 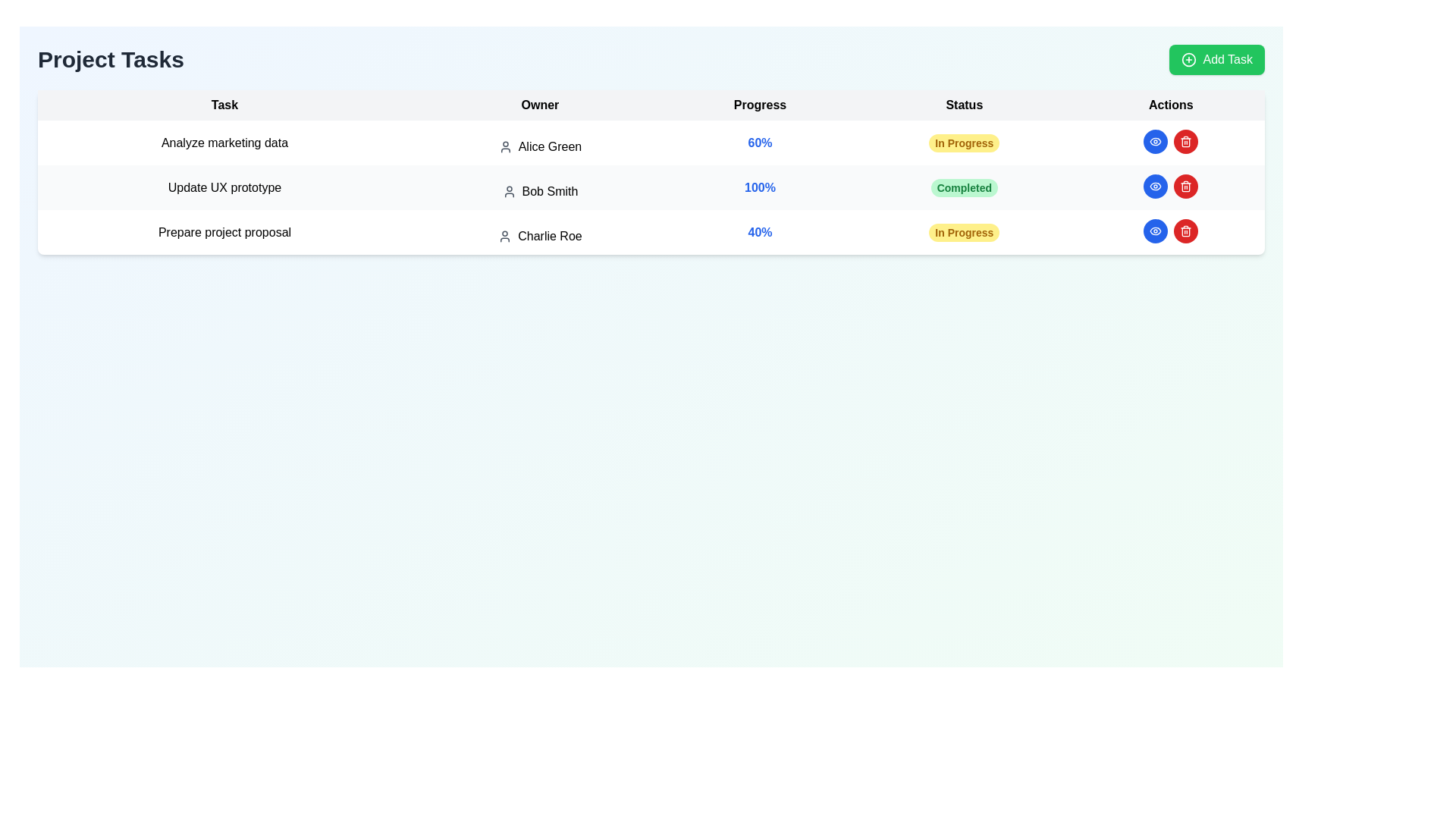 What do you see at coordinates (1155, 141) in the screenshot?
I see `the eye-shaped icon within the blue circular button located in the bottom-right corner of the table in the 'Actions' column of the last row` at bounding box center [1155, 141].